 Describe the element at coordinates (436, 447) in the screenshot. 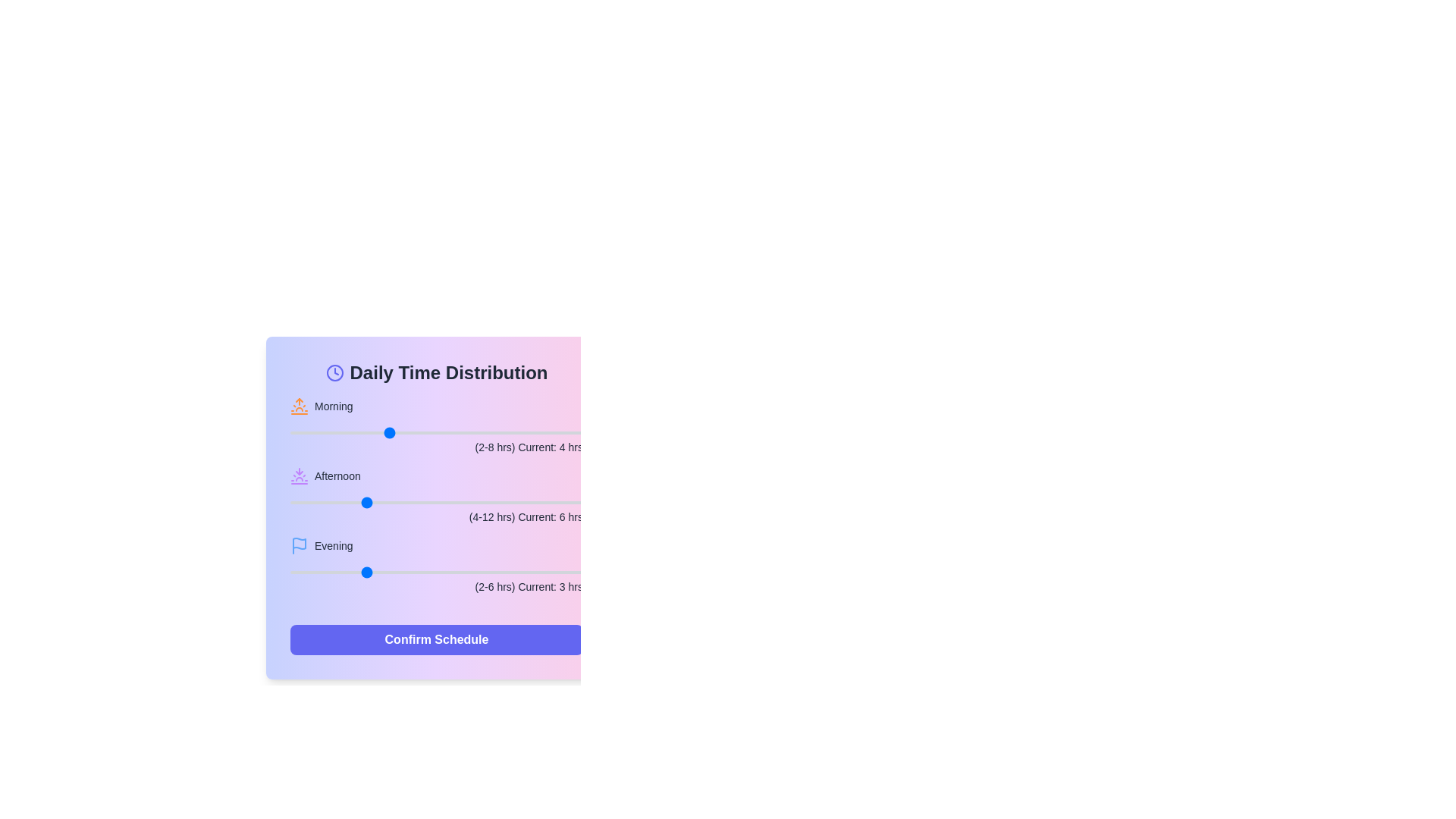

I see `the static text label indicating the time range (2-8 hours) and its current value (4 hours) located in the 'Morning' section, positioned below the slider control` at that location.